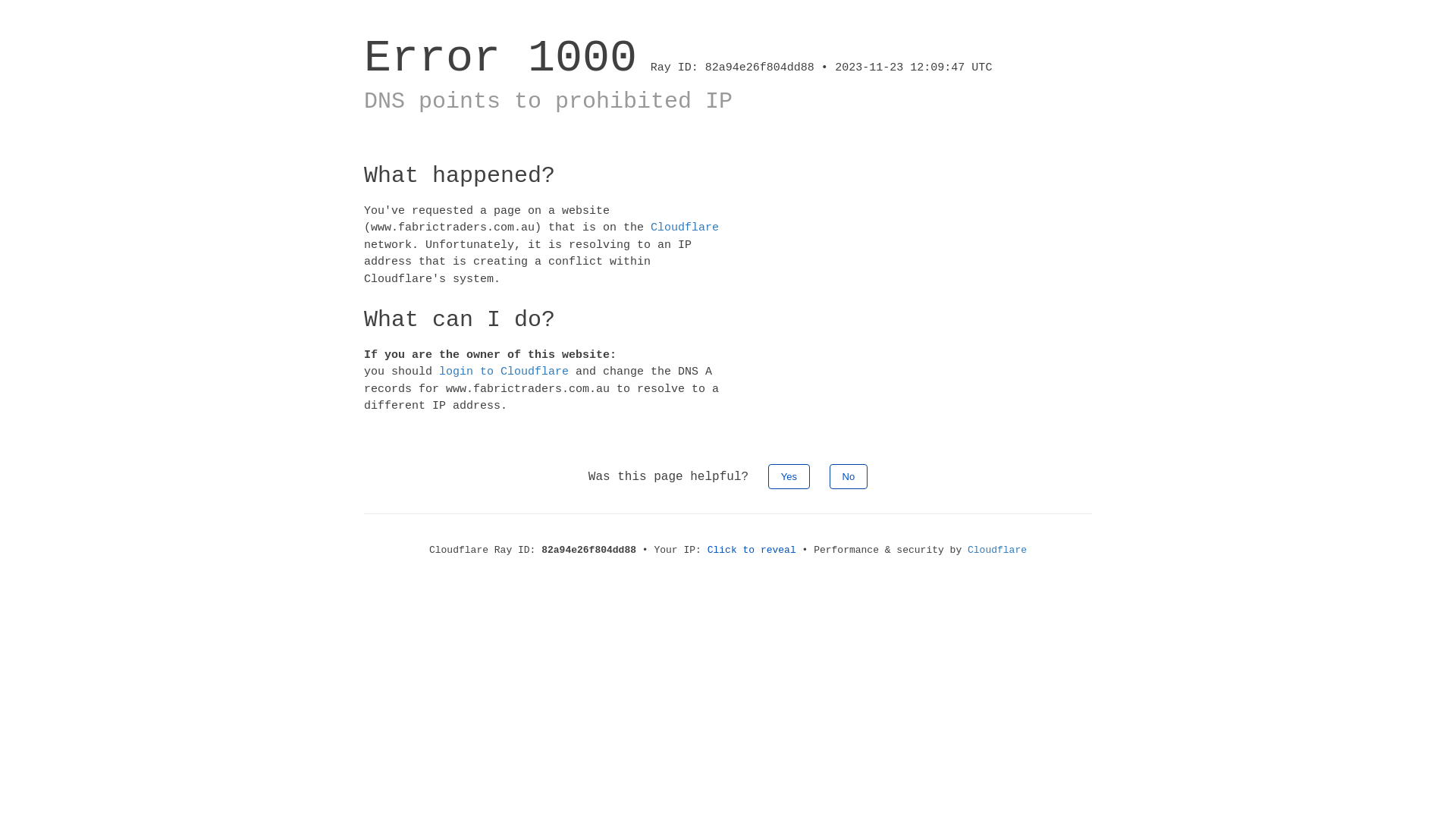 This screenshot has height=819, width=1456. Describe the element at coordinates (706, 550) in the screenshot. I see `'Click to reveal'` at that location.